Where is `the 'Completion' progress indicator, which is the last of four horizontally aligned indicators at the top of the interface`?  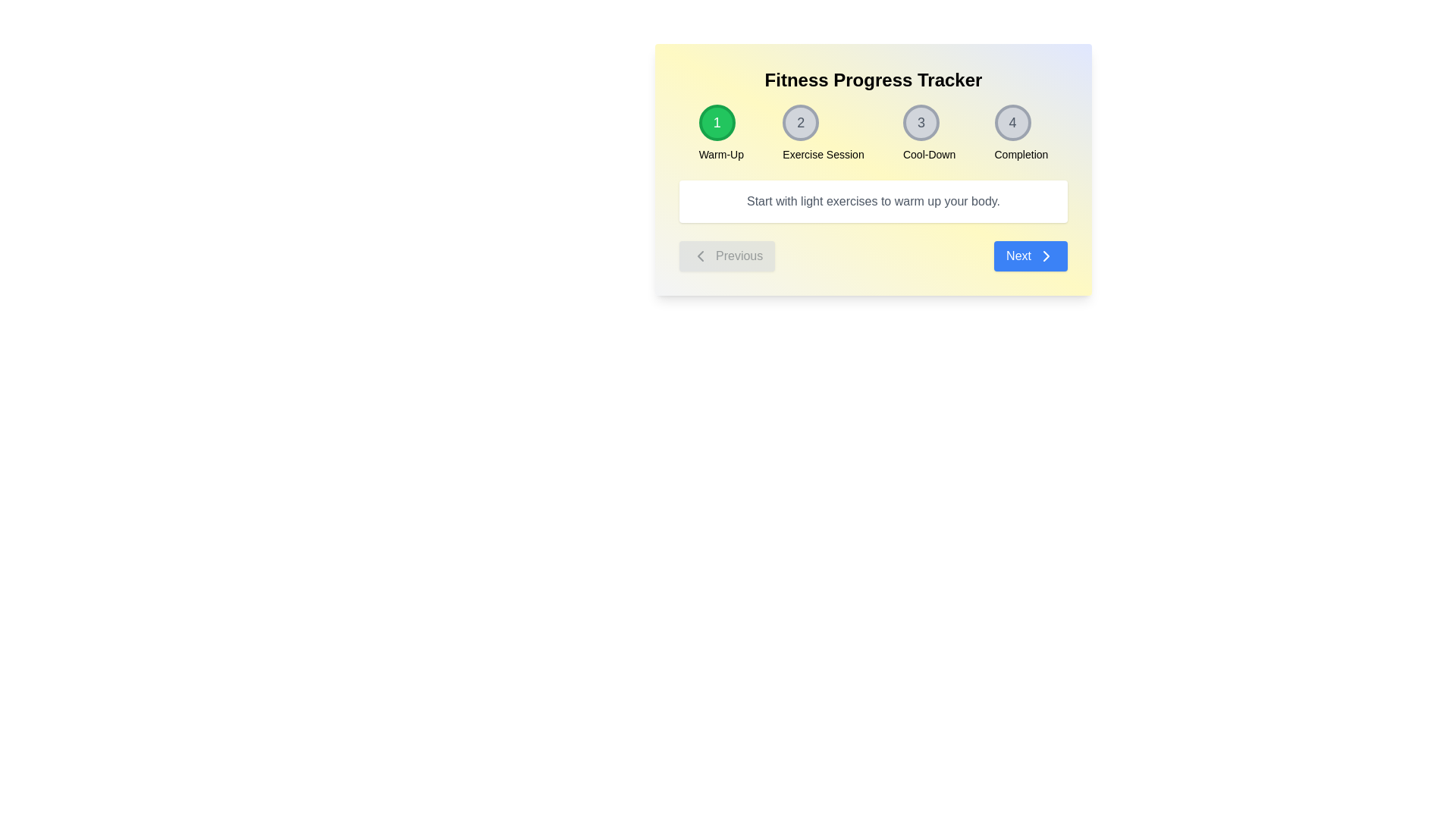
the 'Completion' progress indicator, which is the last of four horizontally aligned indicators at the top of the interface is located at coordinates (1021, 133).